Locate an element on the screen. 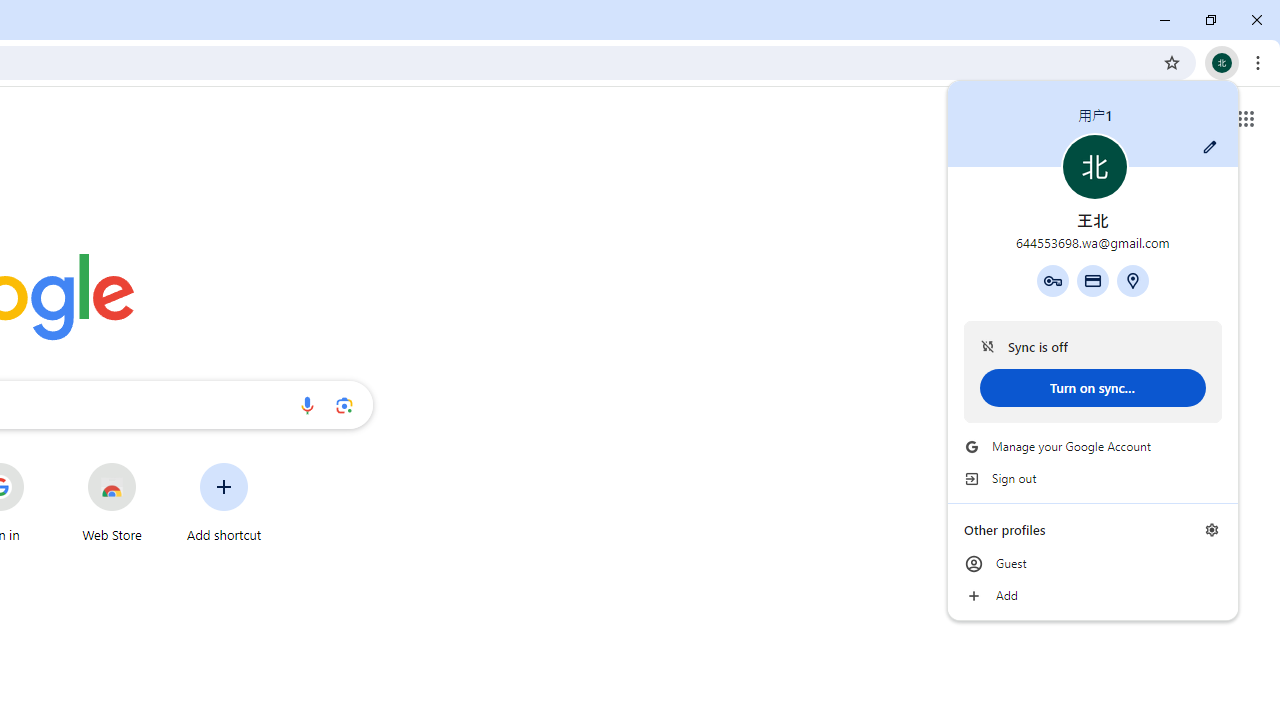  'Google Password Manager' is located at coordinates (1051, 280).